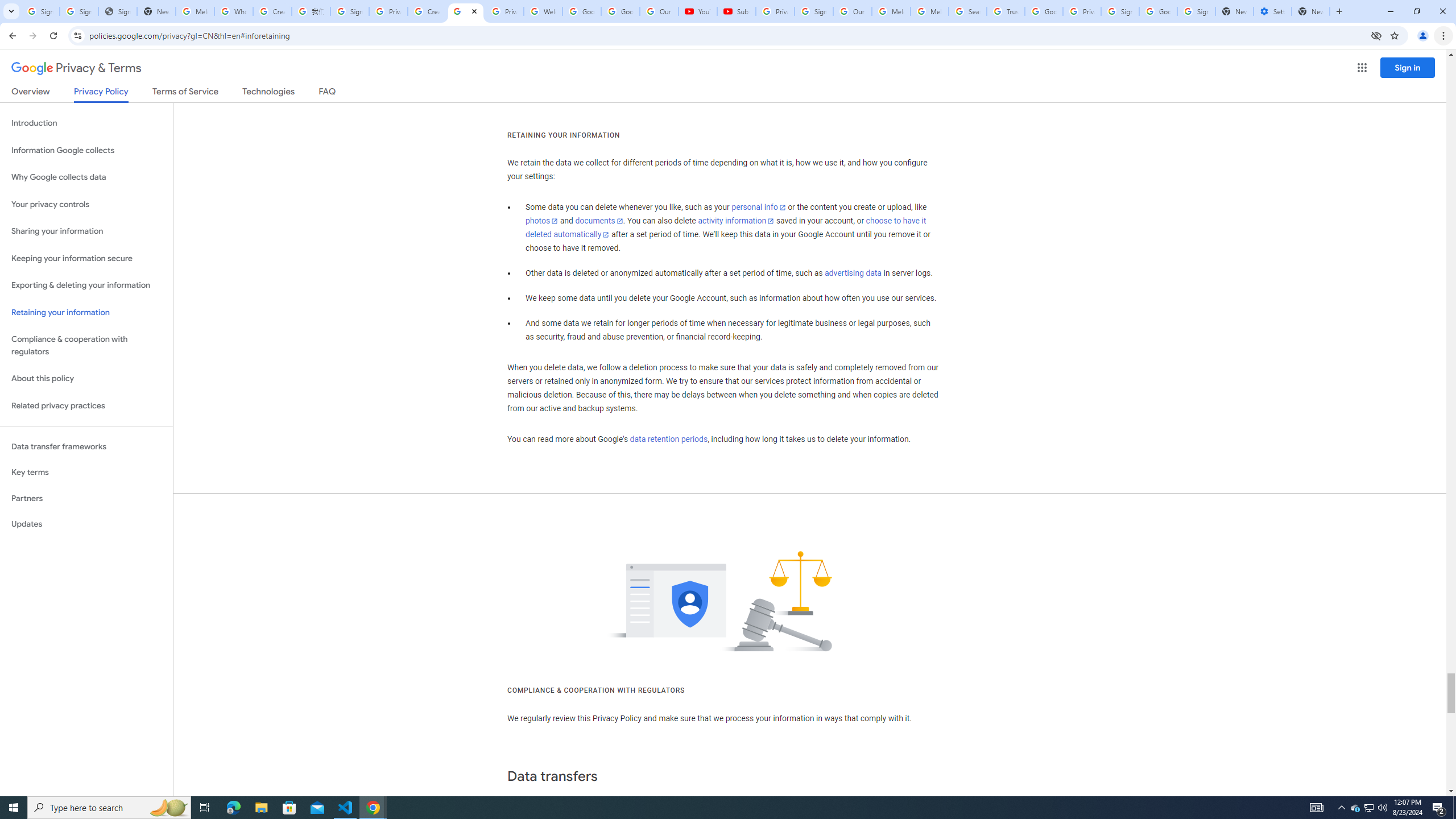 This screenshot has width=1456, height=819. Describe the element at coordinates (30, 93) in the screenshot. I see `'Overview'` at that location.